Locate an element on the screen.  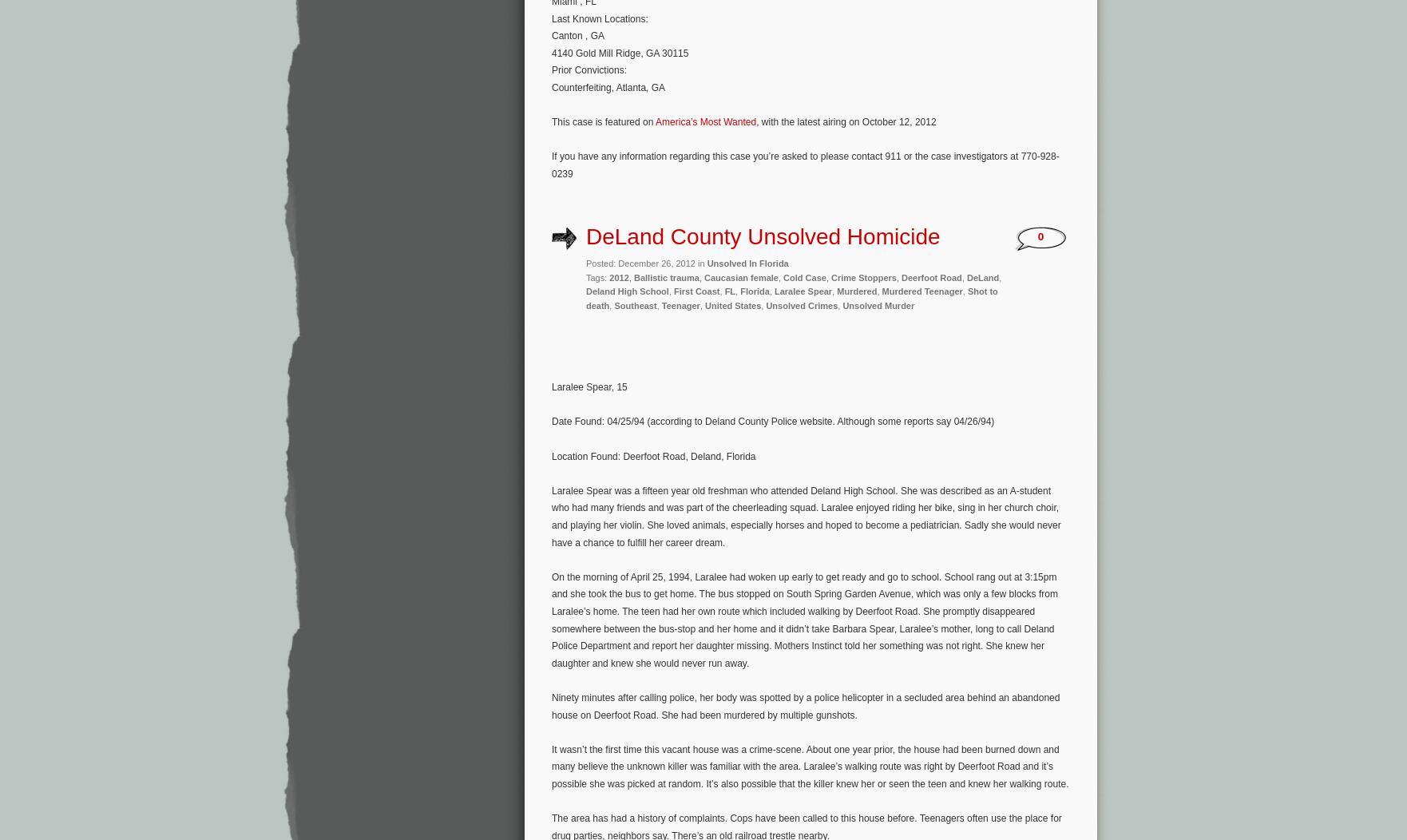
'Laralee Spear, 15' is located at coordinates (588, 386).